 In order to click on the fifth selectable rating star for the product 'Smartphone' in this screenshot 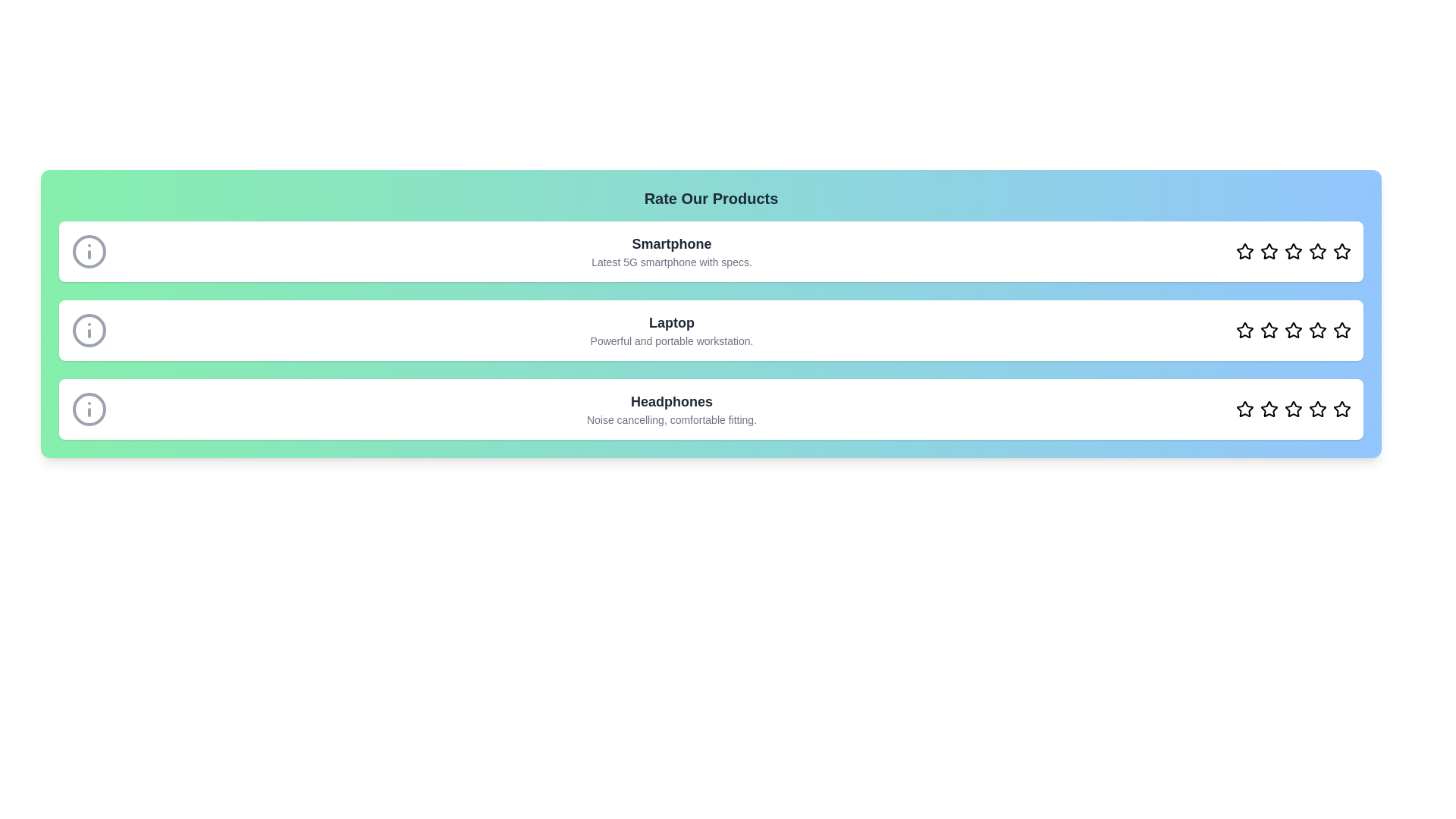, I will do `click(1316, 250)`.